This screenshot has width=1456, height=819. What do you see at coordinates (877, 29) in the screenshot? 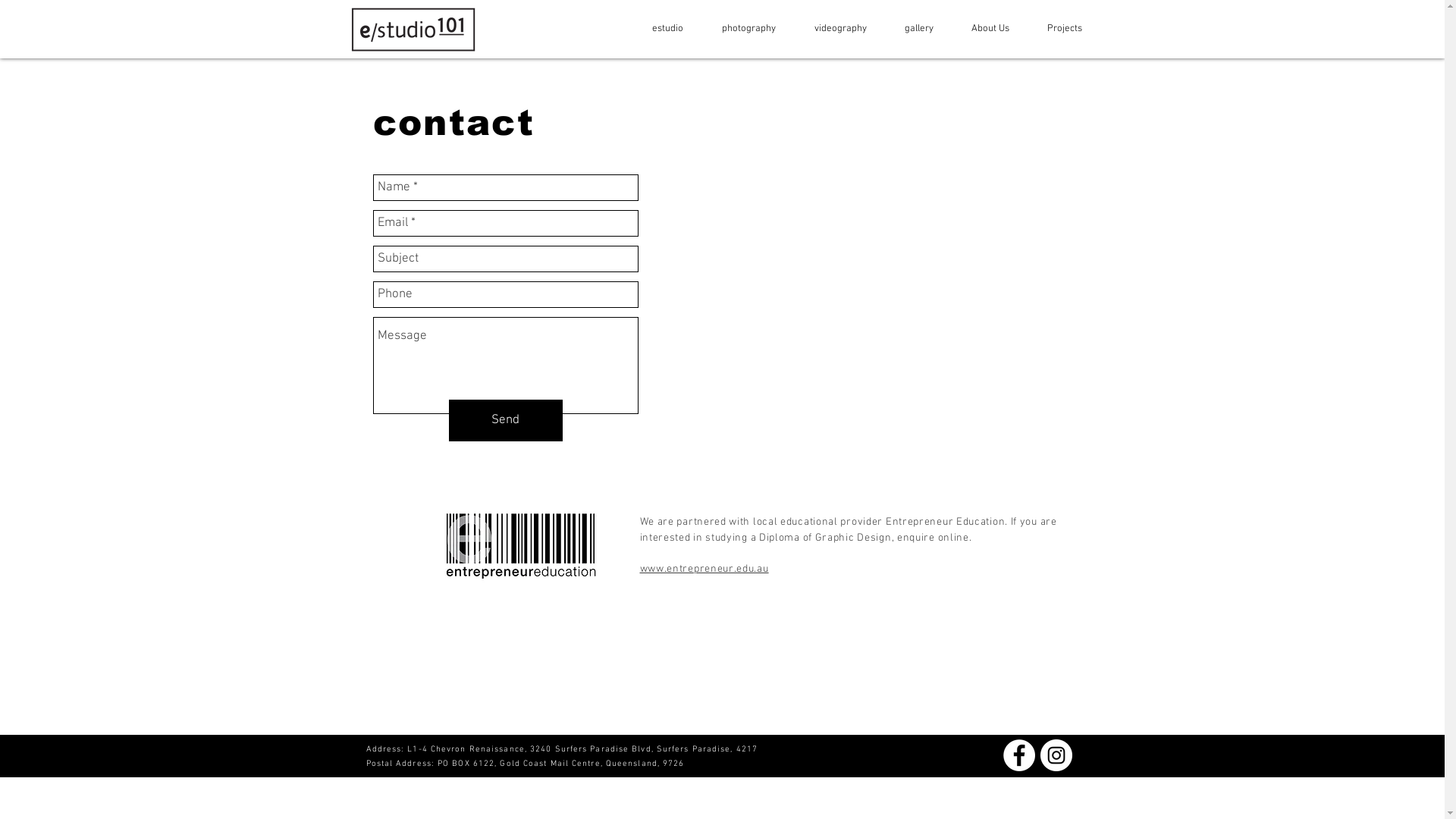
I see `'gallery'` at bounding box center [877, 29].